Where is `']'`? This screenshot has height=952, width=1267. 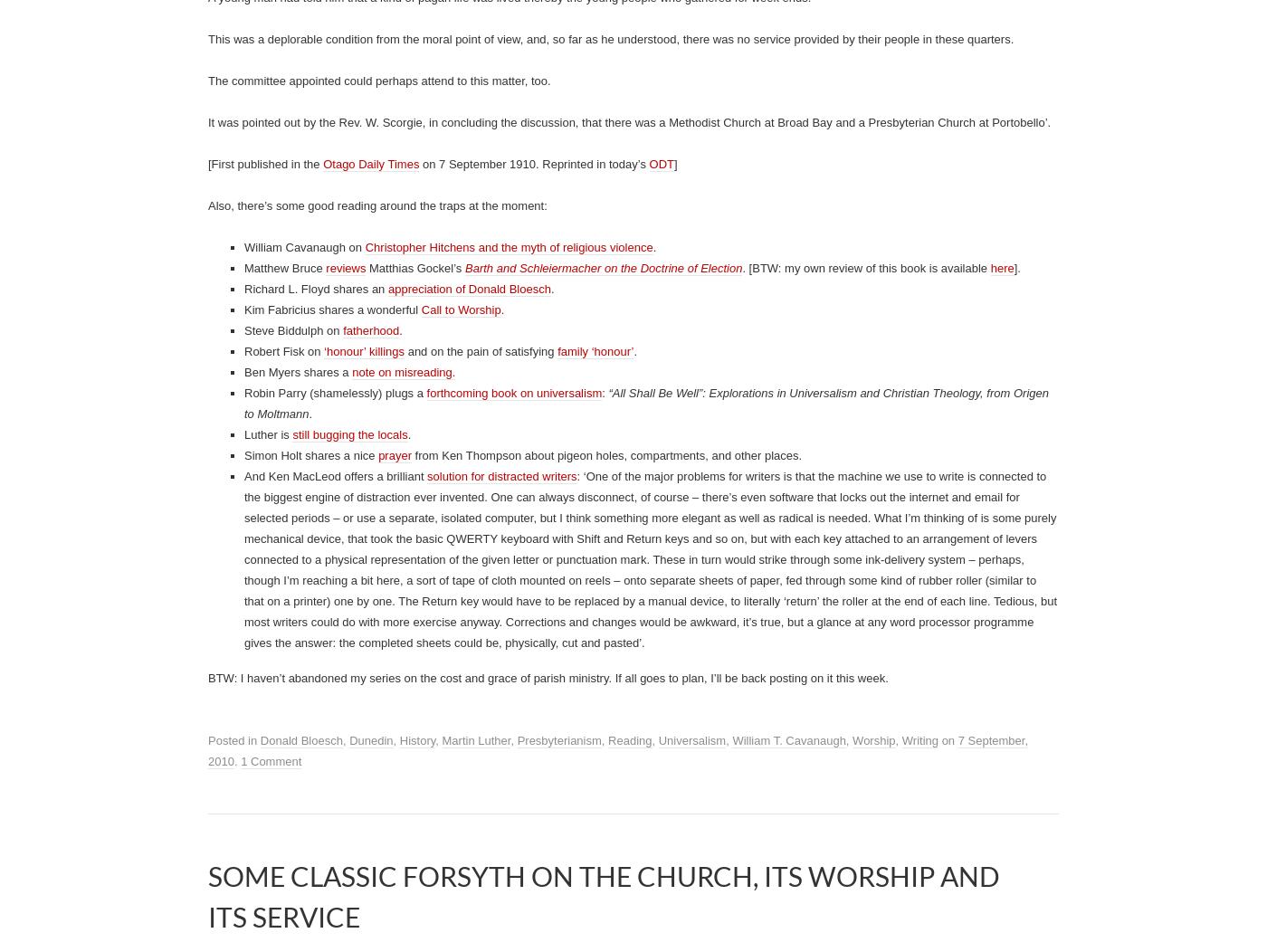 ']' is located at coordinates (673, 857).